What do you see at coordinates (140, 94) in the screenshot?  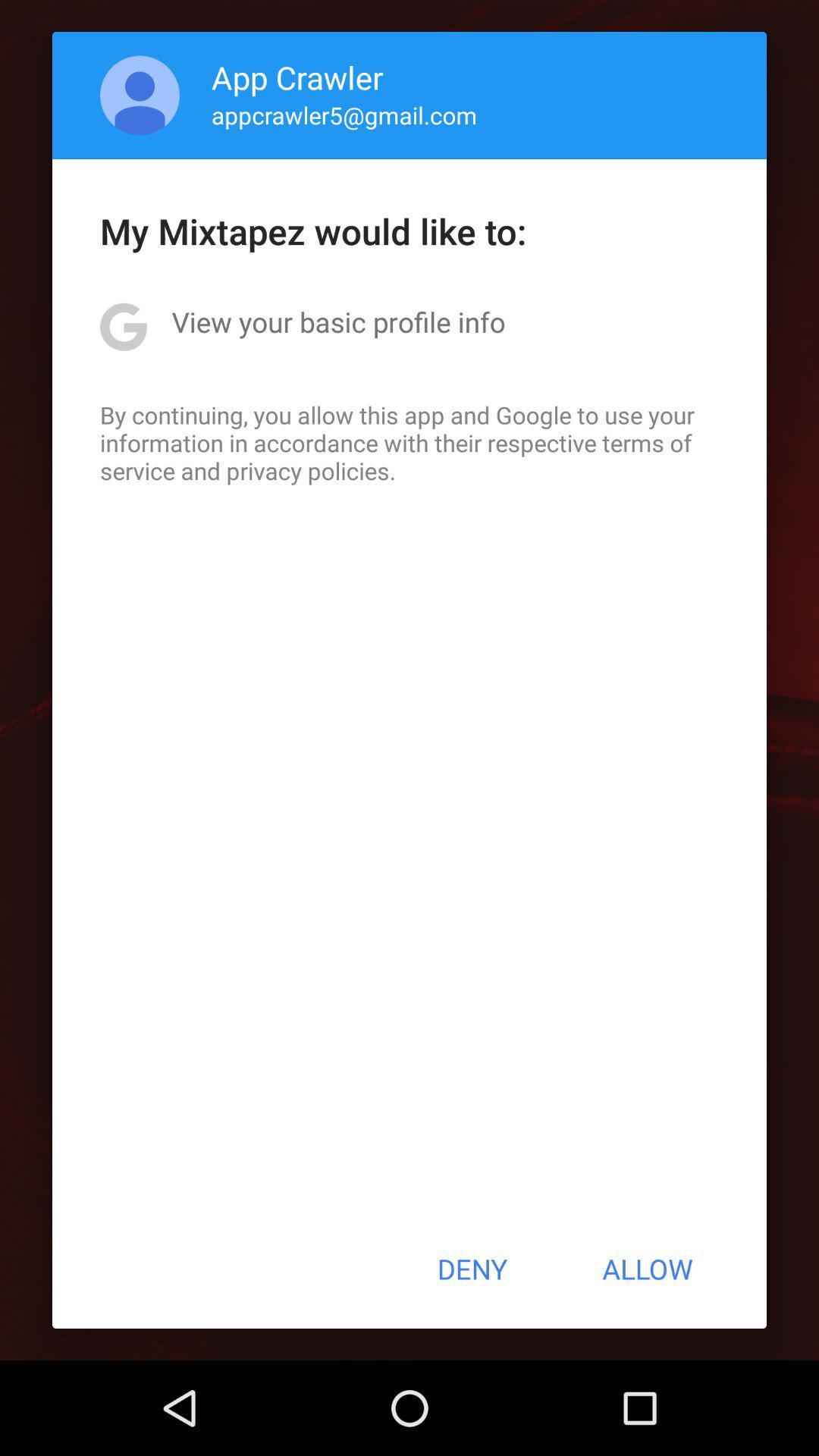 I see `icon above my mixtapez would` at bounding box center [140, 94].